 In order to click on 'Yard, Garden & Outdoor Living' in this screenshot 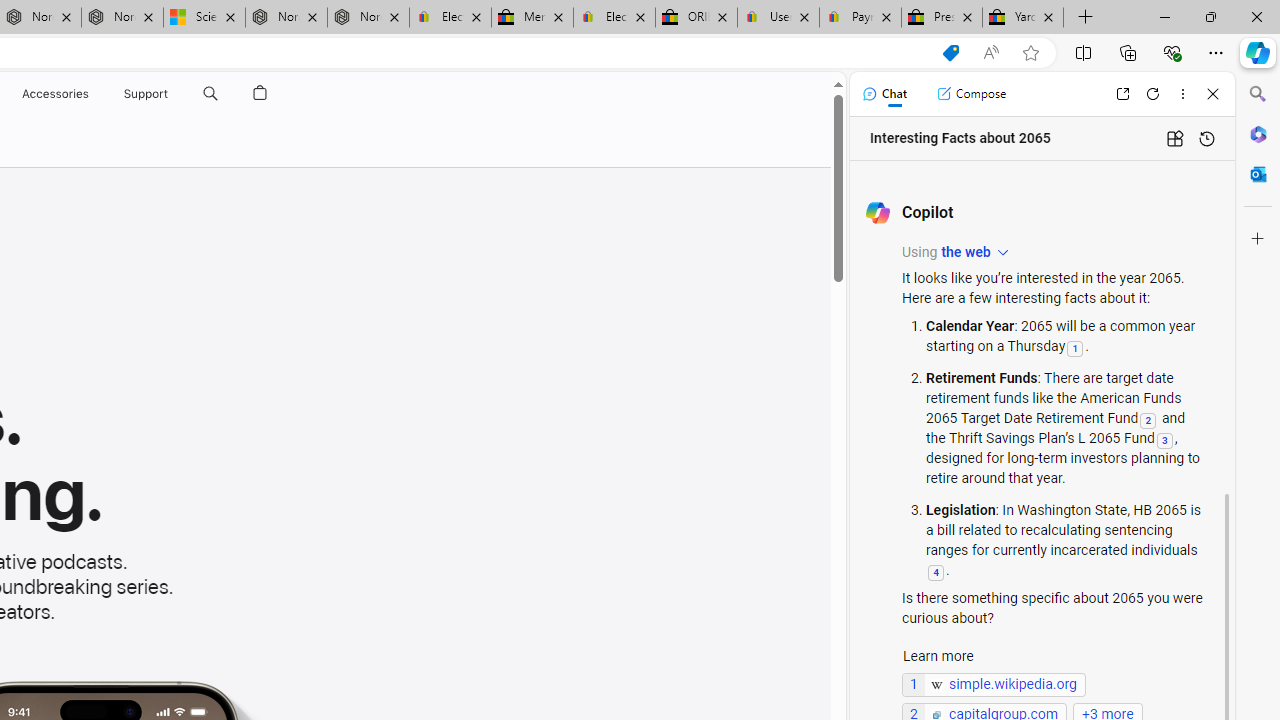, I will do `click(1023, 17)`.